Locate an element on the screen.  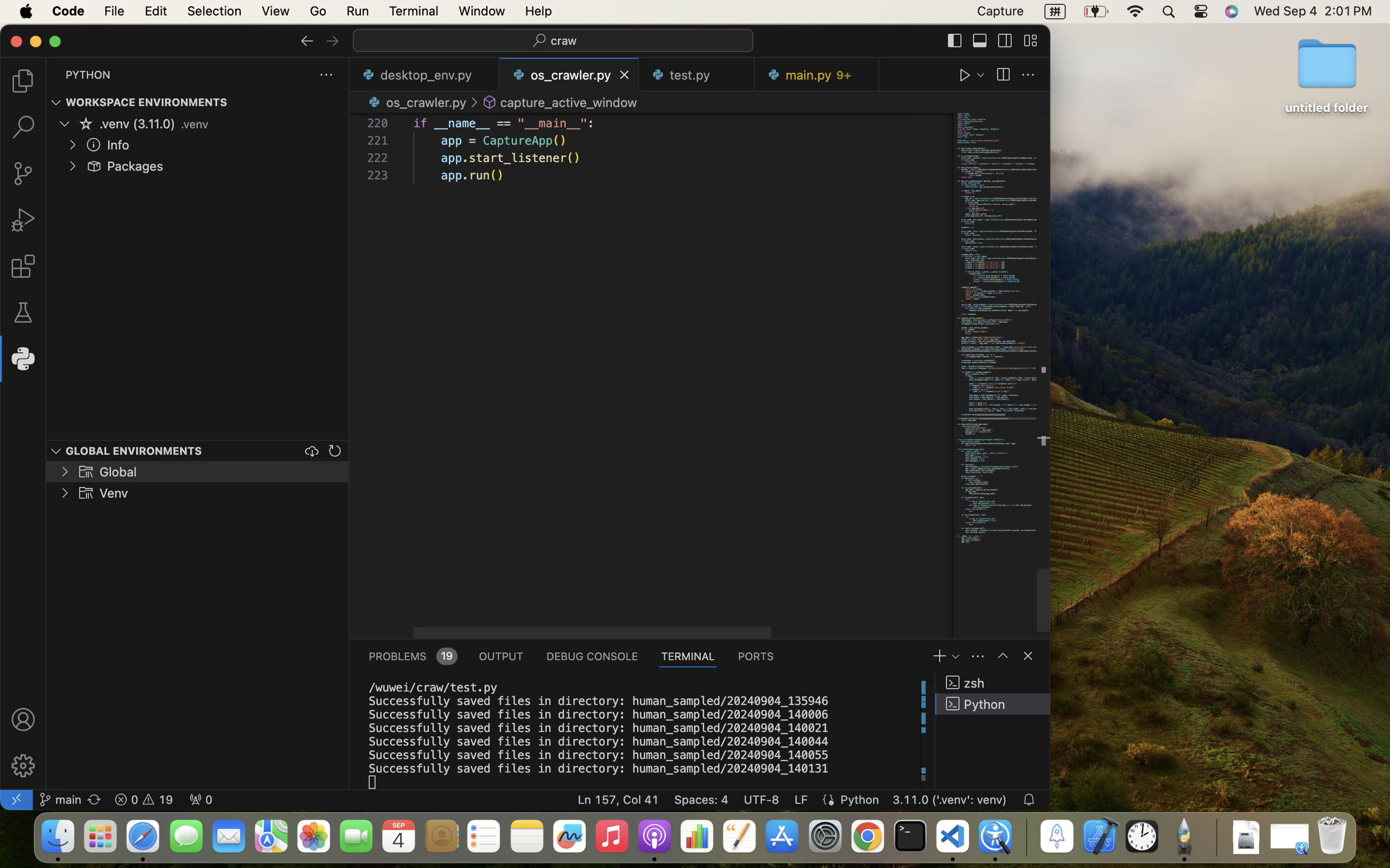
'0 ' is located at coordinates (22, 266).